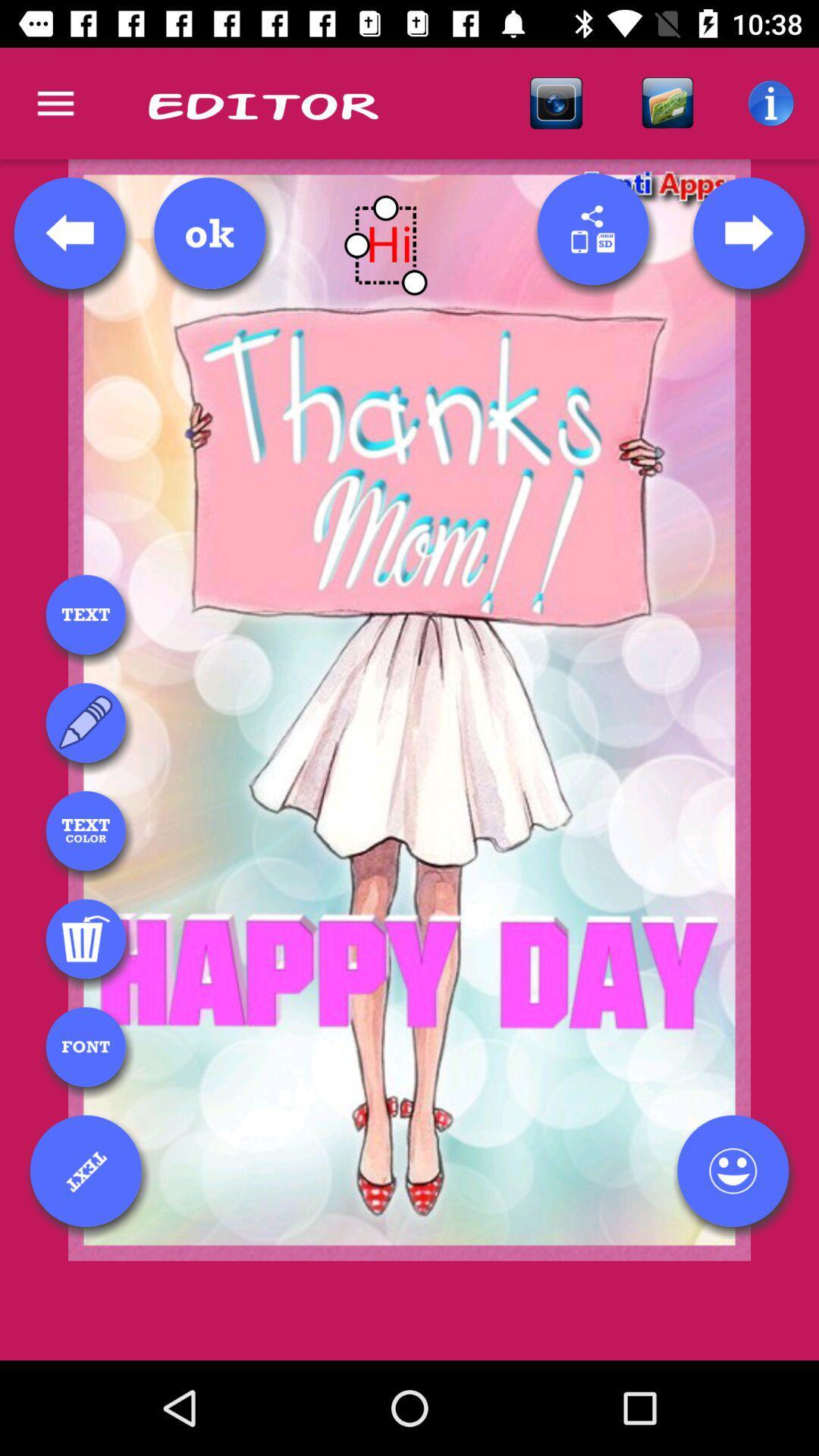 This screenshot has width=819, height=1456. Describe the element at coordinates (86, 938) in the screenshot. I see `the delete icon` at that location.